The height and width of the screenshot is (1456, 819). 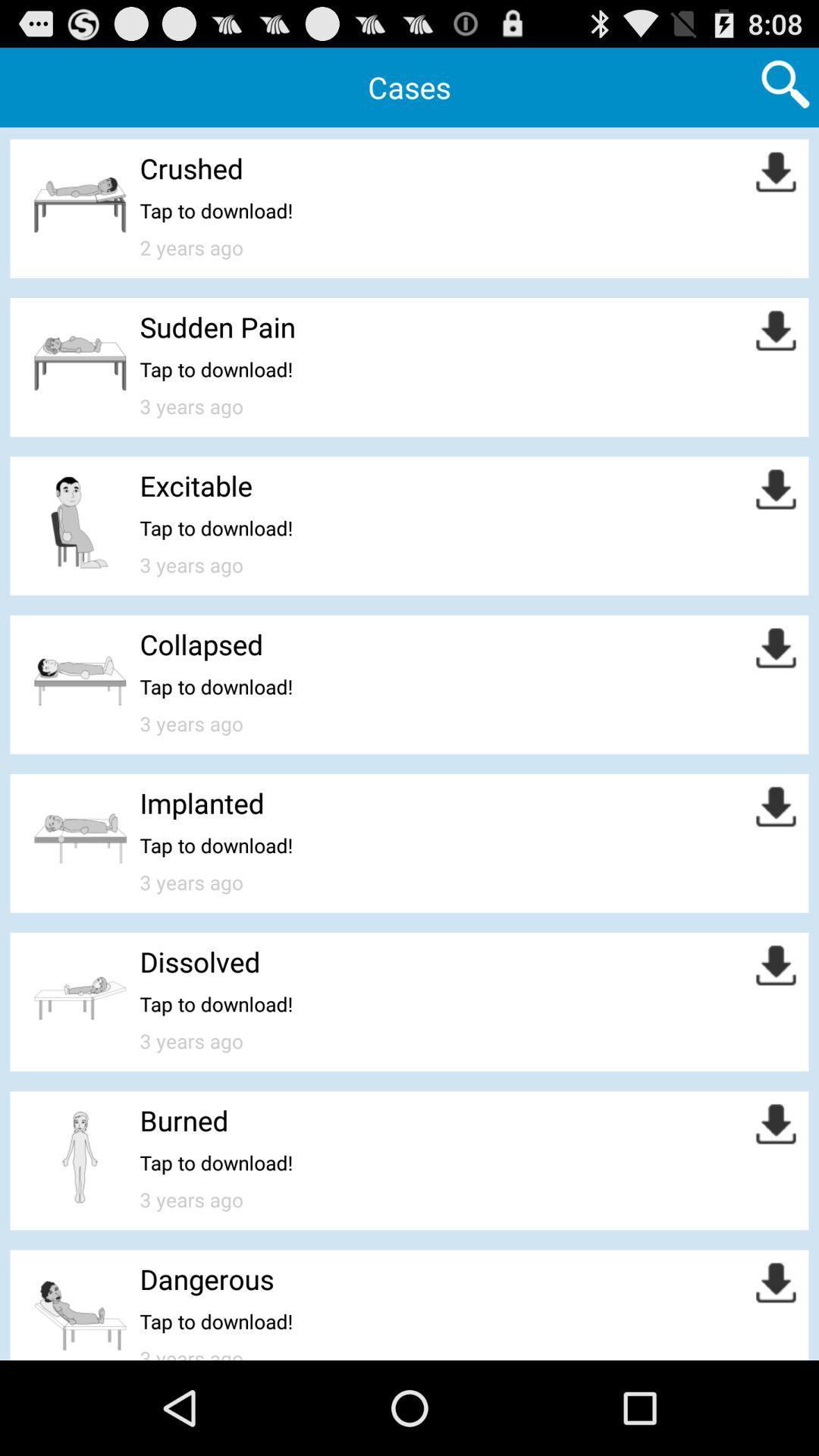 What do you see at coordinates (207, 1278) in the screenshot?
I see `the icon above tap to download! icon` at bounding box center [207, 1278].